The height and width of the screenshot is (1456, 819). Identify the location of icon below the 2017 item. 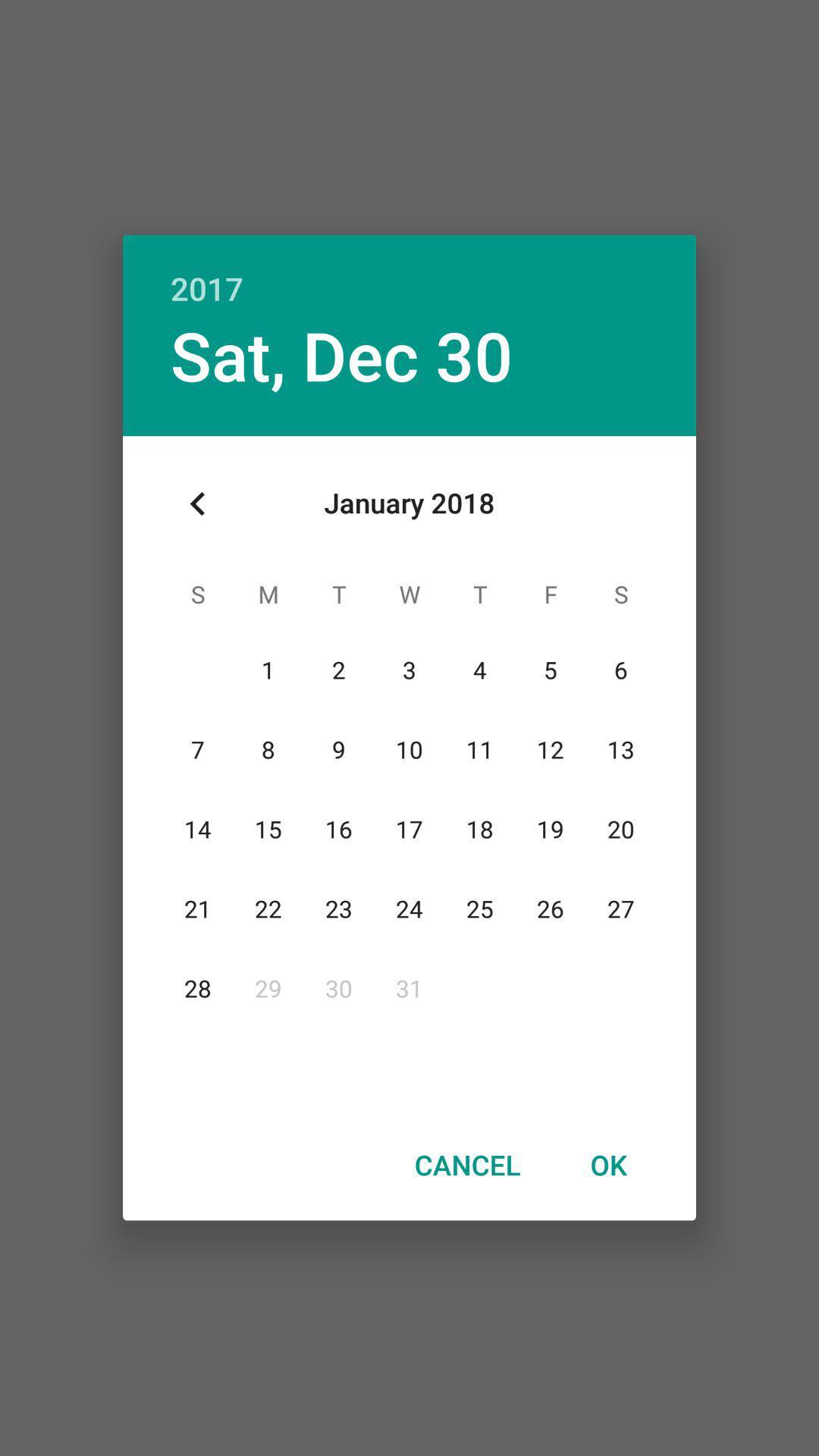
(341, 354).